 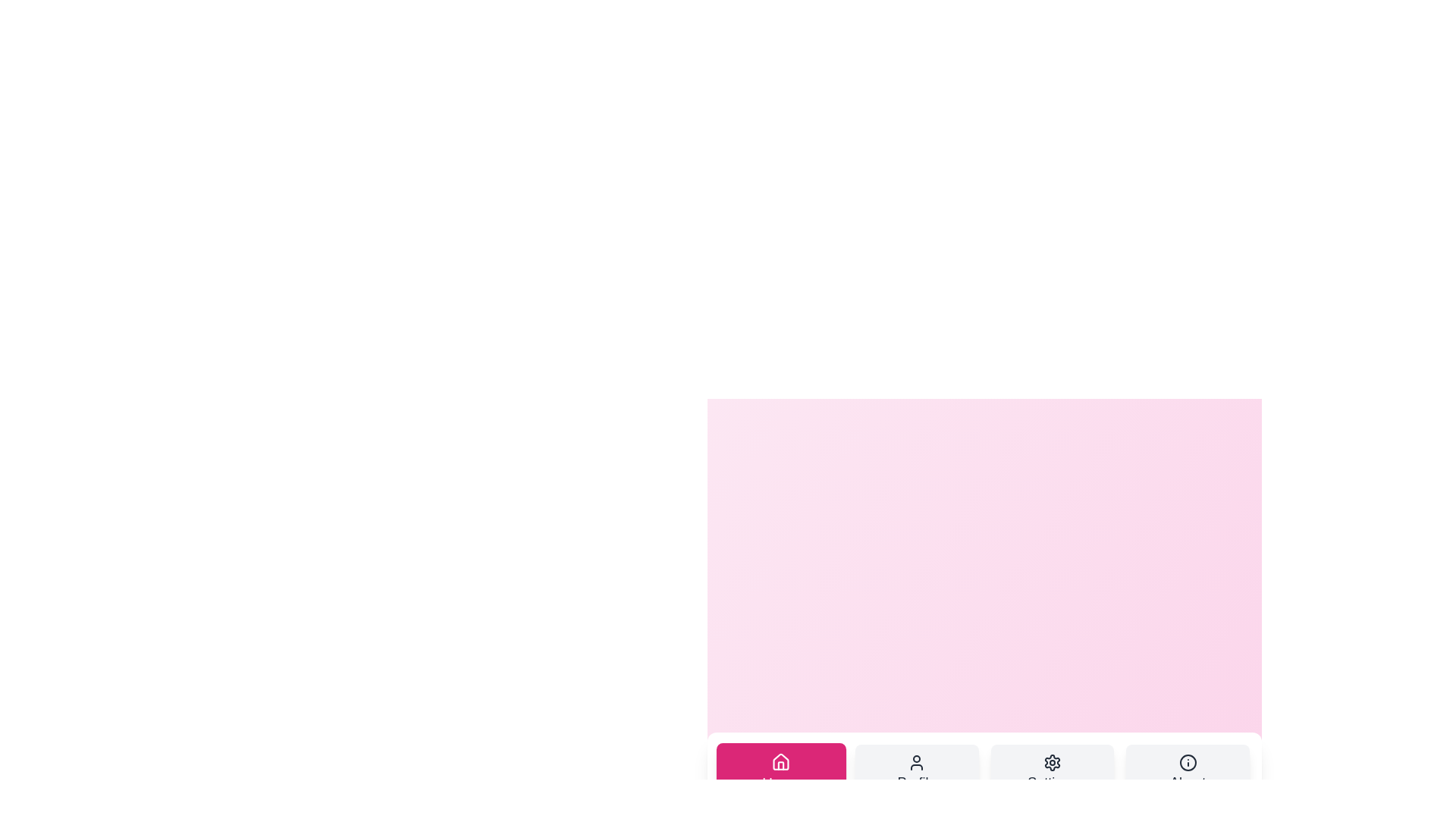 I want to click on the tab labeled Profile by clicking on it, so click(x=916, y=773).